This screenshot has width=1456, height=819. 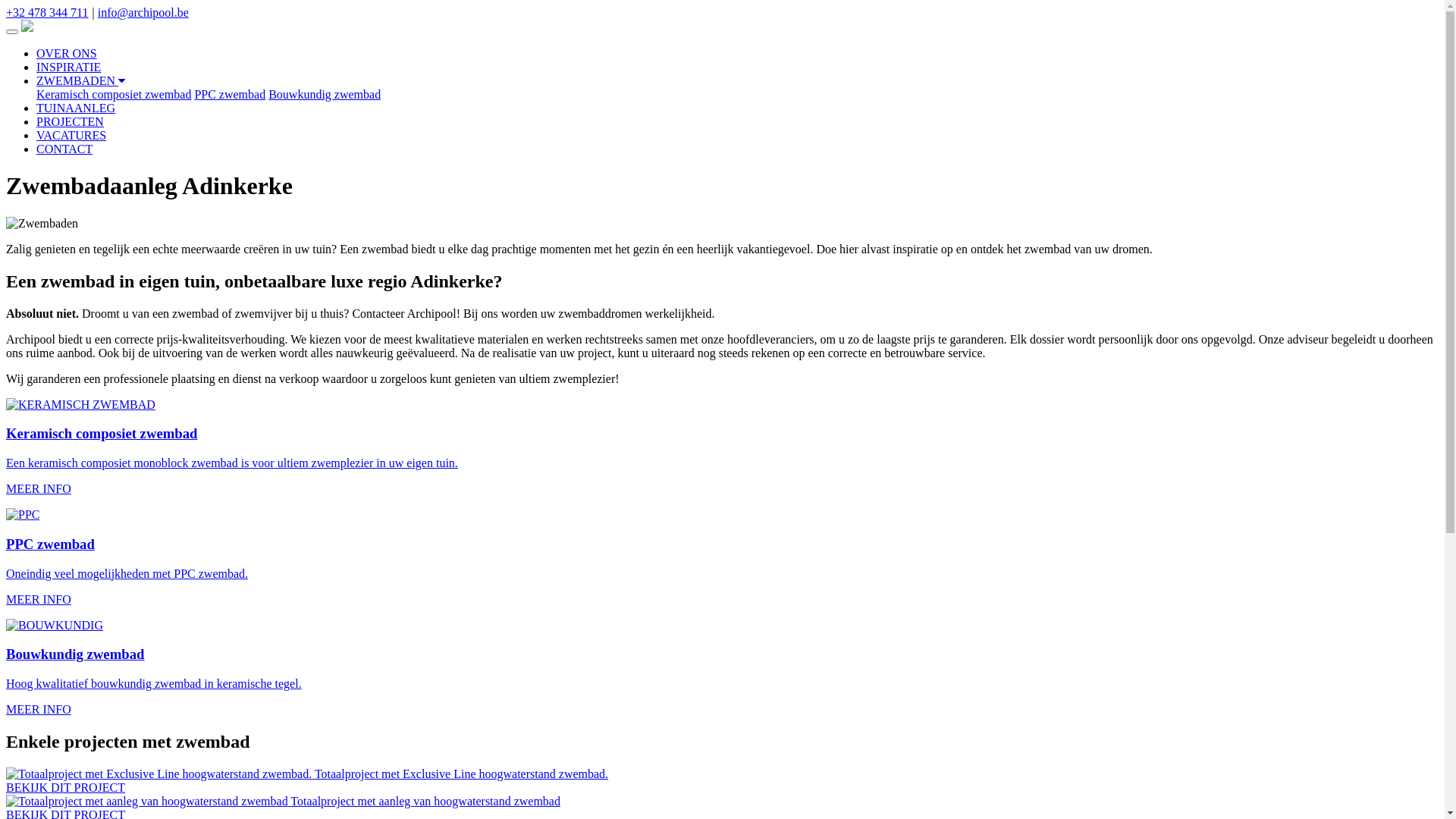 What do you see at coordinates (97, 12) in the screenshot?
I see `'info@archipool.be'` at bounding box center [97, 12].